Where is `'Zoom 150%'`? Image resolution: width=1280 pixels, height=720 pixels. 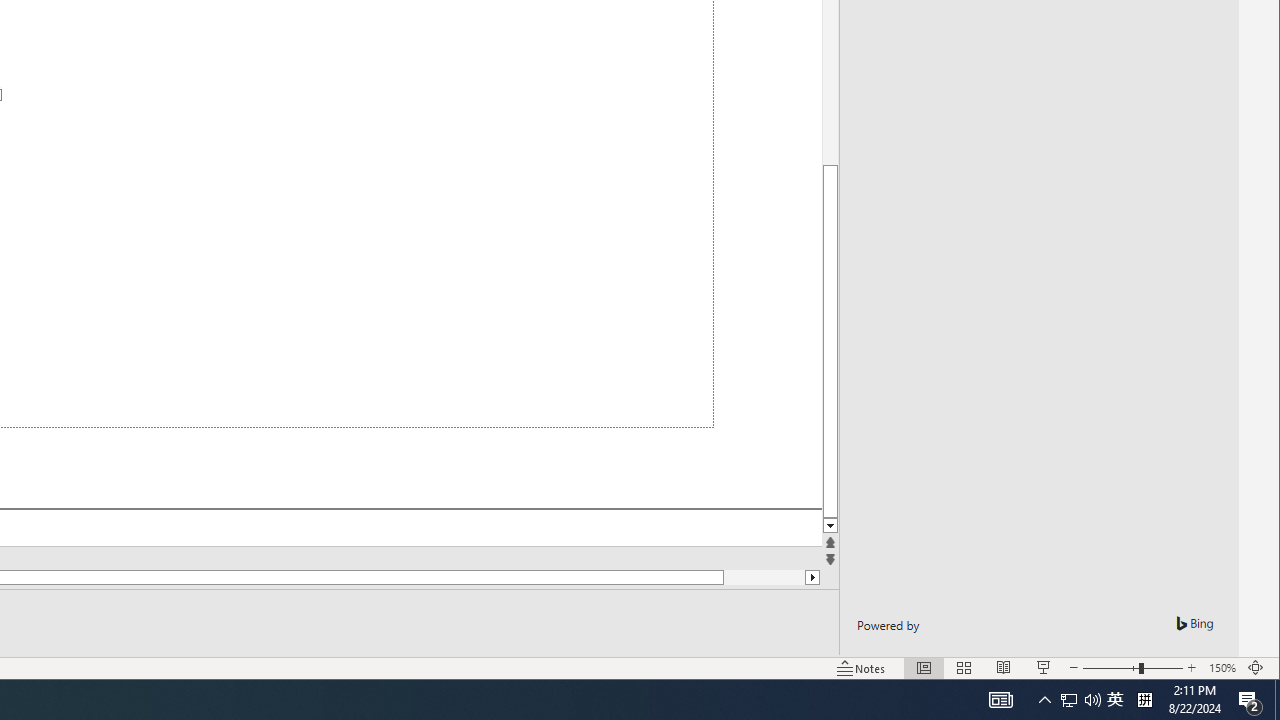
'Zoom 150%' is located at coordinates (1221, 668).